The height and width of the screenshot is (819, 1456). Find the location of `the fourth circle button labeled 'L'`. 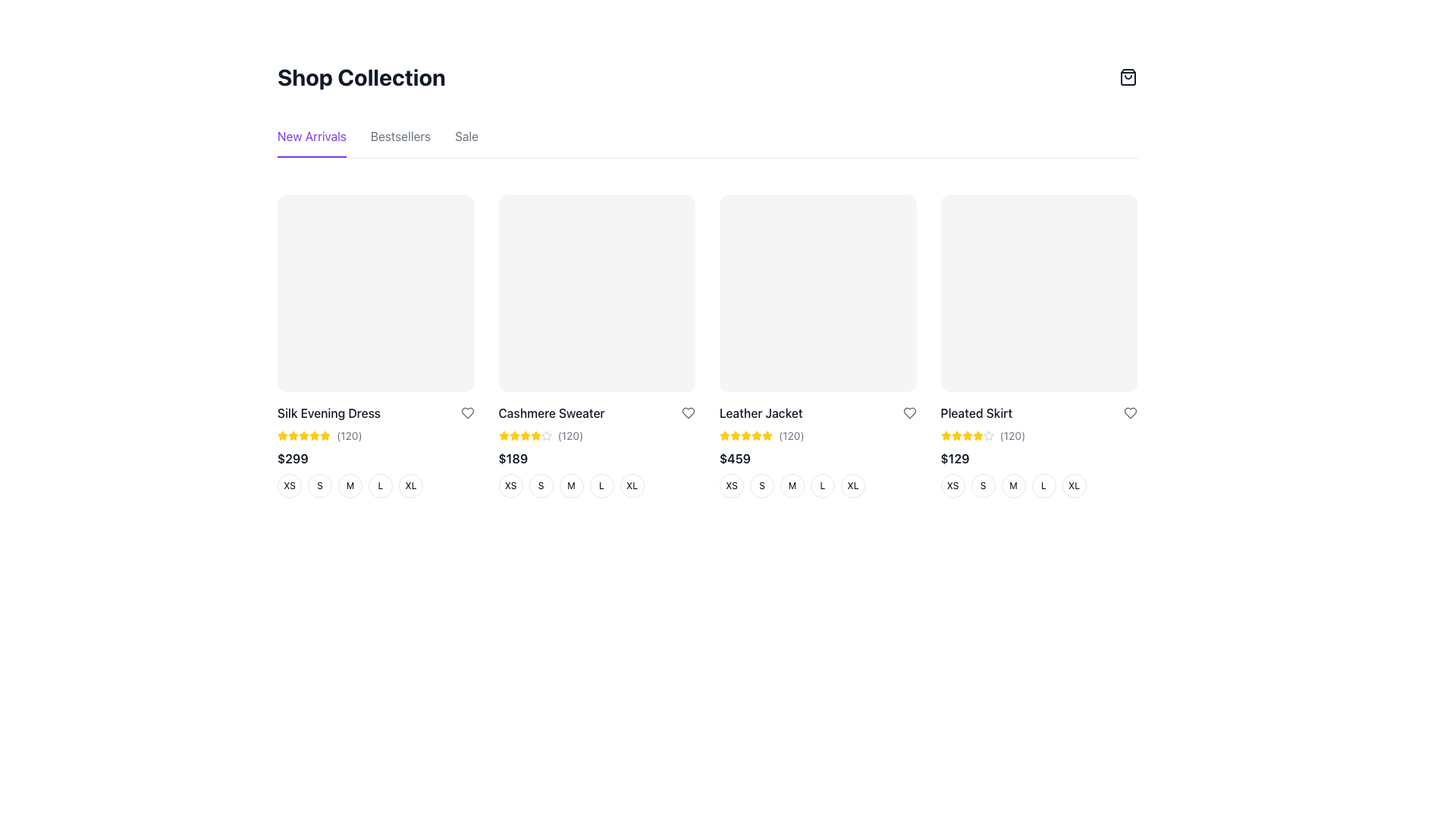

the fourth circle button labeled 'L' is located at coordinates (817, 485).